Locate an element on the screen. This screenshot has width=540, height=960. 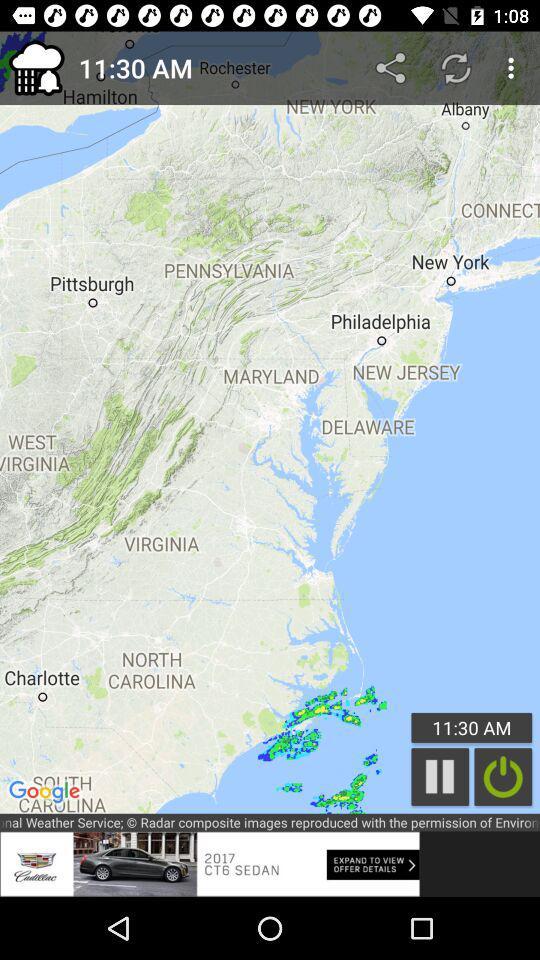
opens up advertisement is located at coordinates (209, 863).